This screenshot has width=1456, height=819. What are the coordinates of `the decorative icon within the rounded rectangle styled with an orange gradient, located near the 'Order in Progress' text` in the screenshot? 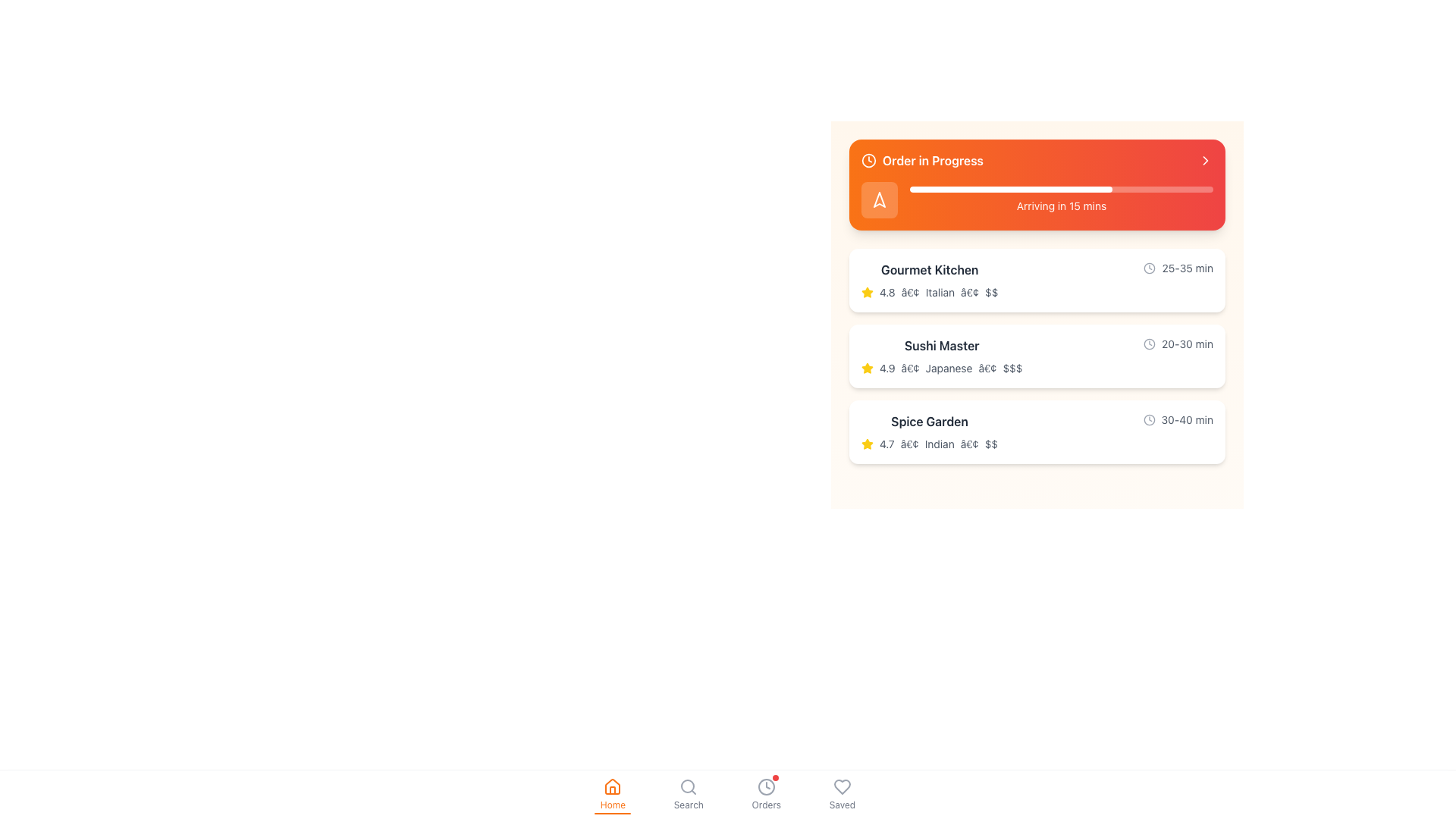 It's located at (880, 199).